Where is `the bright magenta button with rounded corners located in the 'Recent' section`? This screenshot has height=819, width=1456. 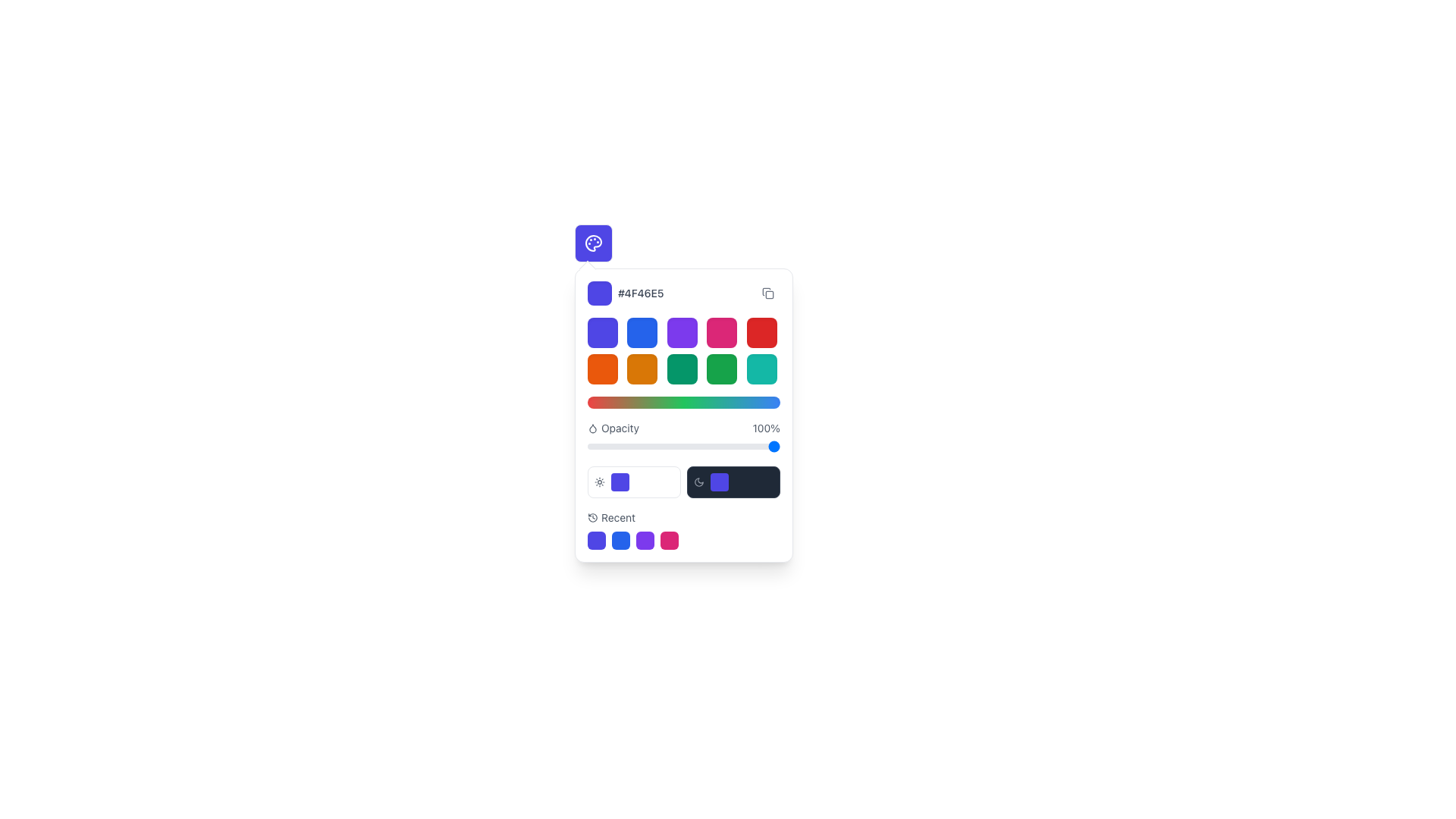
the bright magenta button with rounded corners located in the 'Recent' section is located at coordinates (669, 540).